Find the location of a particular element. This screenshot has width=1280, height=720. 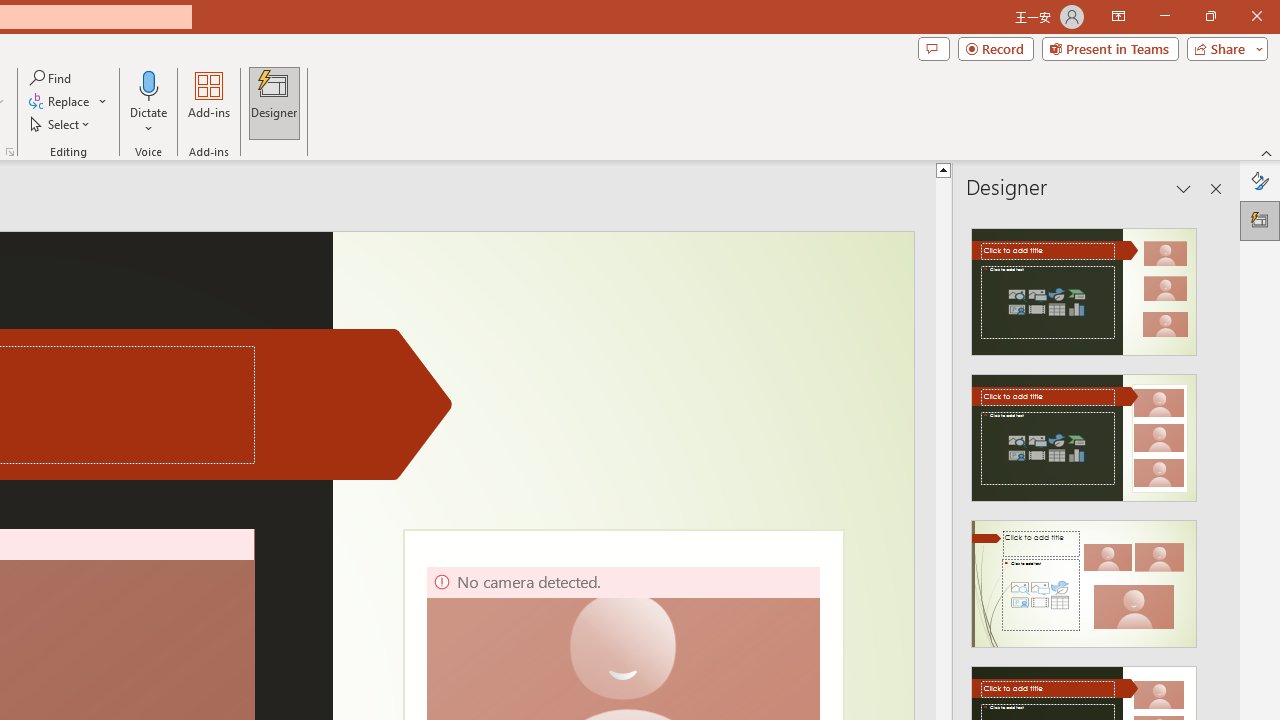

'Format Object...' is located at coordinates (10, 150).